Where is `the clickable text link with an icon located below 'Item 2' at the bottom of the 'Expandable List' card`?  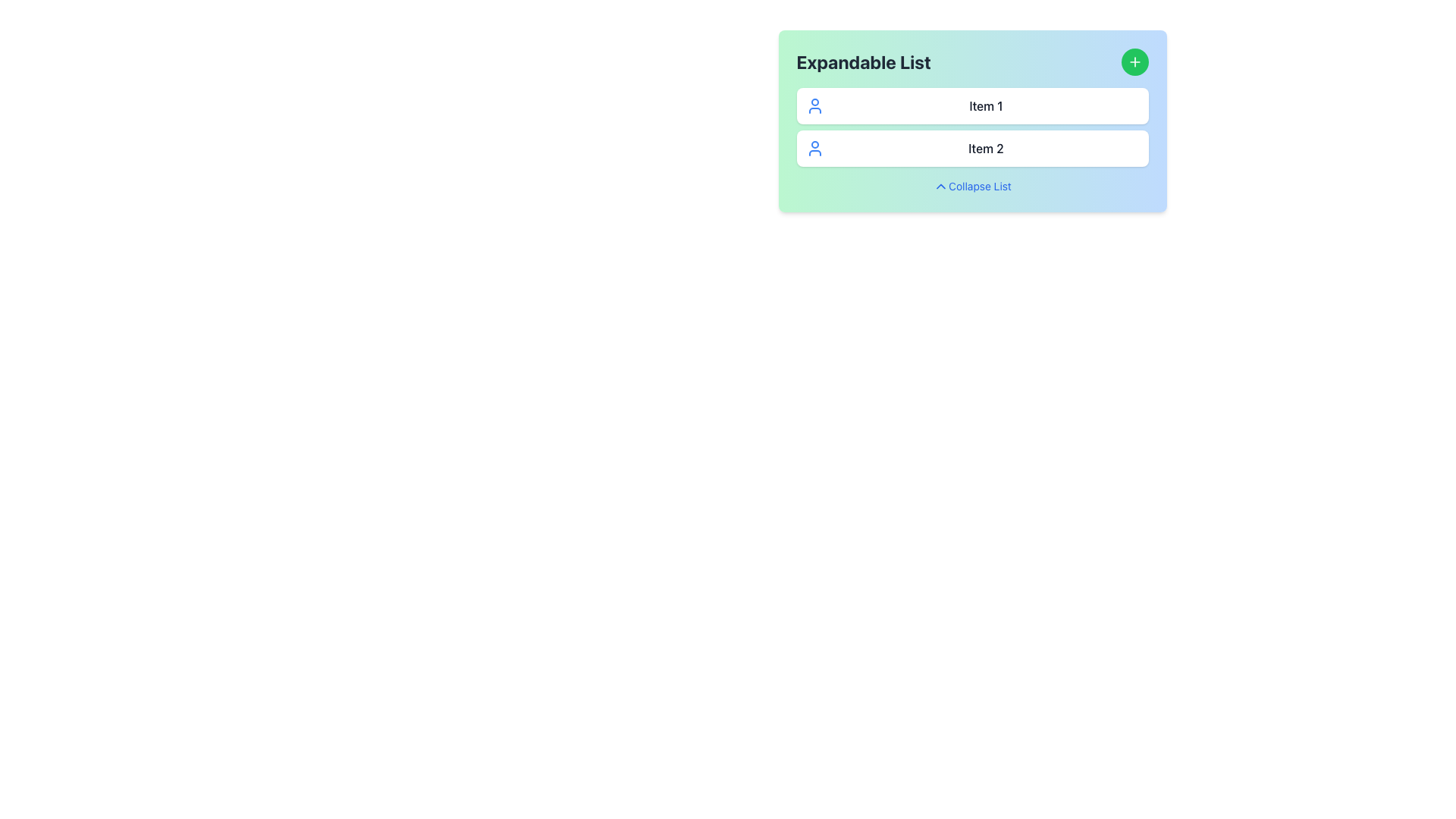
the clickable text link with an icon located below 'Item 2' at the bottom of the 'Expandable List' card is located at coordinates (972, 186).